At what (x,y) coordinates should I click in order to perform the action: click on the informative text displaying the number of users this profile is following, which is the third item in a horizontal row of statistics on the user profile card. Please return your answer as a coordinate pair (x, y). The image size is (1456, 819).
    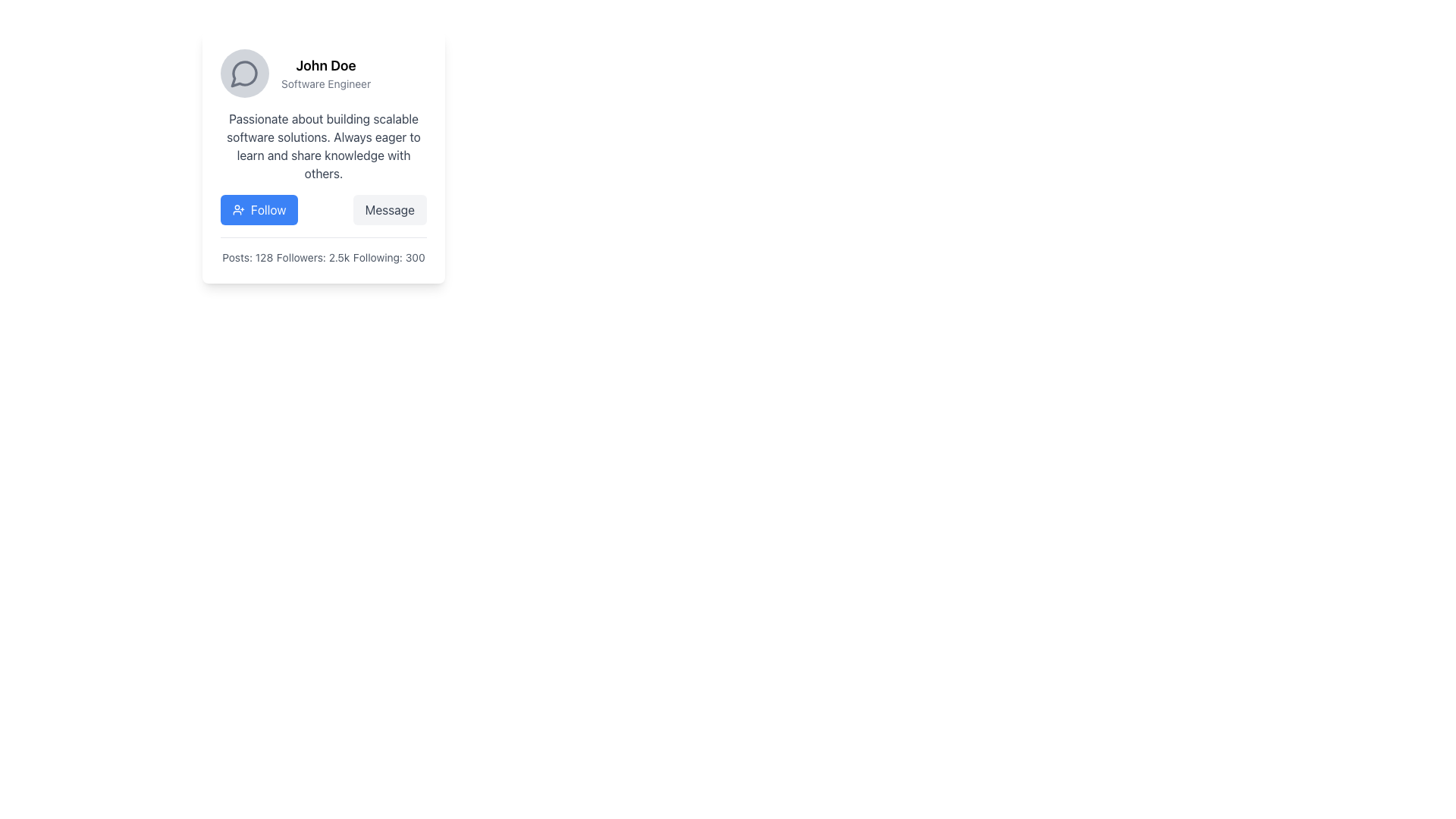
    Looking at the image, I should click on (389, 256).